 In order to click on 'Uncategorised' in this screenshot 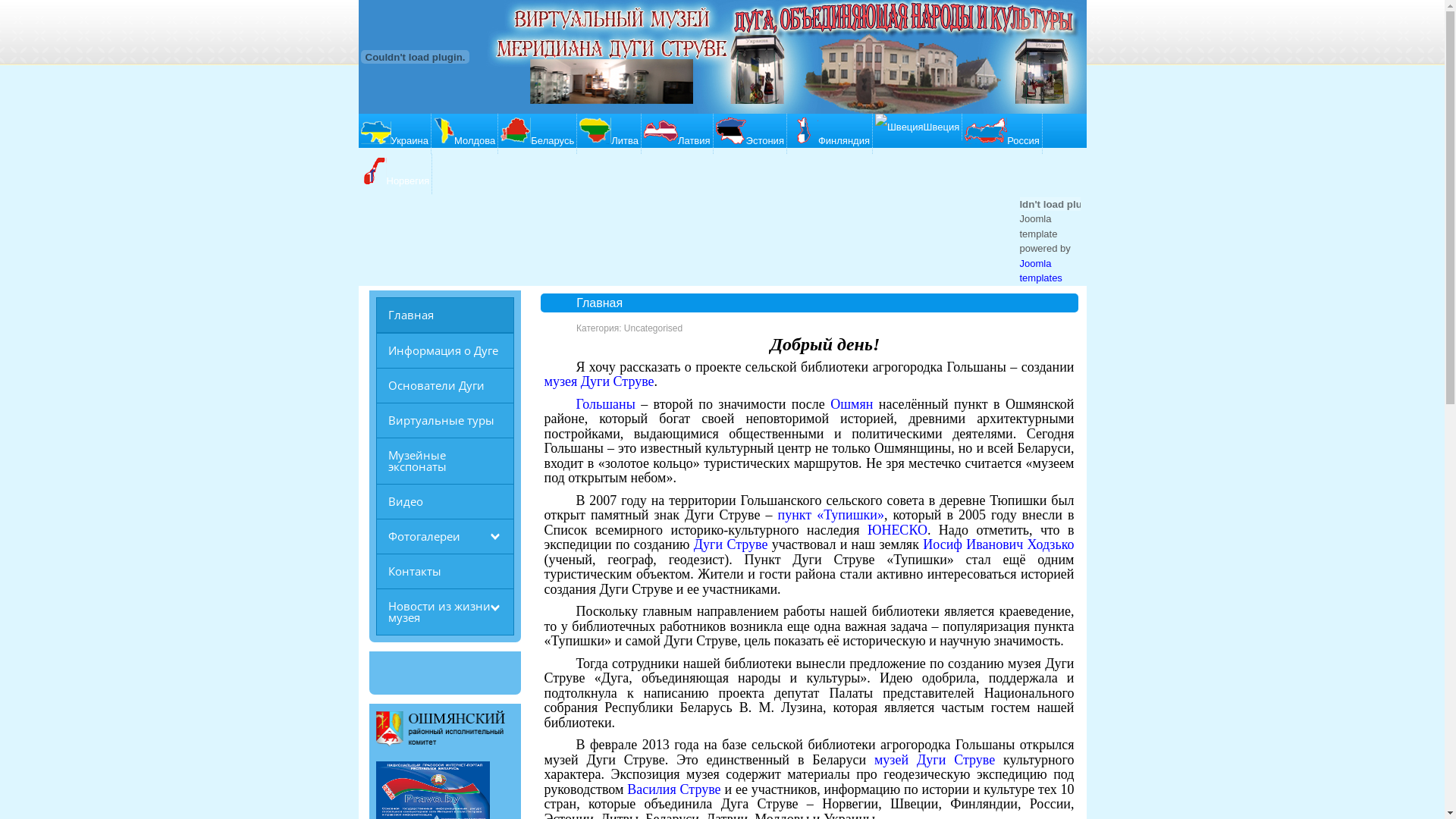, I will do `click(653, 327)`.